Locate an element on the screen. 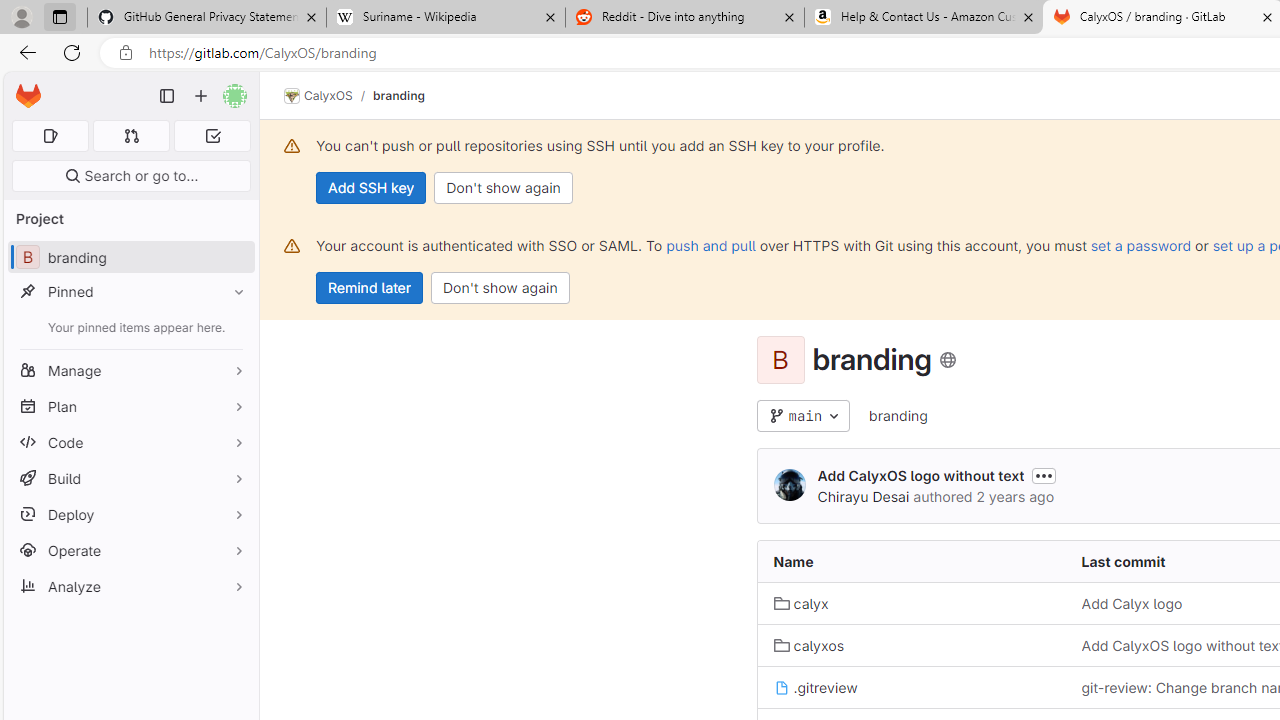 This screenshot has width=1280, height=720. 'Chirayu Desai' is located at coordinates (863, 495).